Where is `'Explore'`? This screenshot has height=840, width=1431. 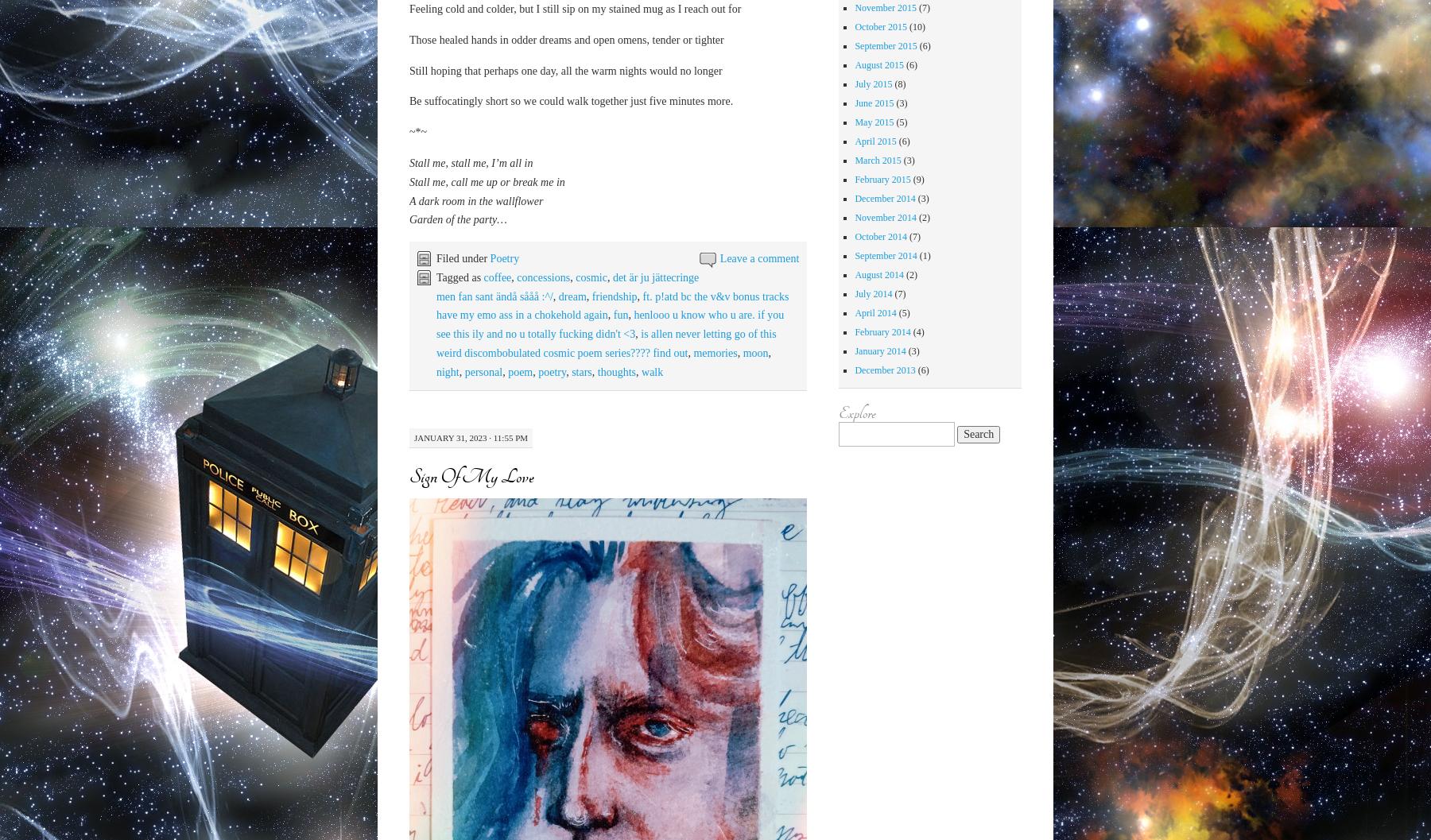
'Explore' is located at coordinates (838, 412).